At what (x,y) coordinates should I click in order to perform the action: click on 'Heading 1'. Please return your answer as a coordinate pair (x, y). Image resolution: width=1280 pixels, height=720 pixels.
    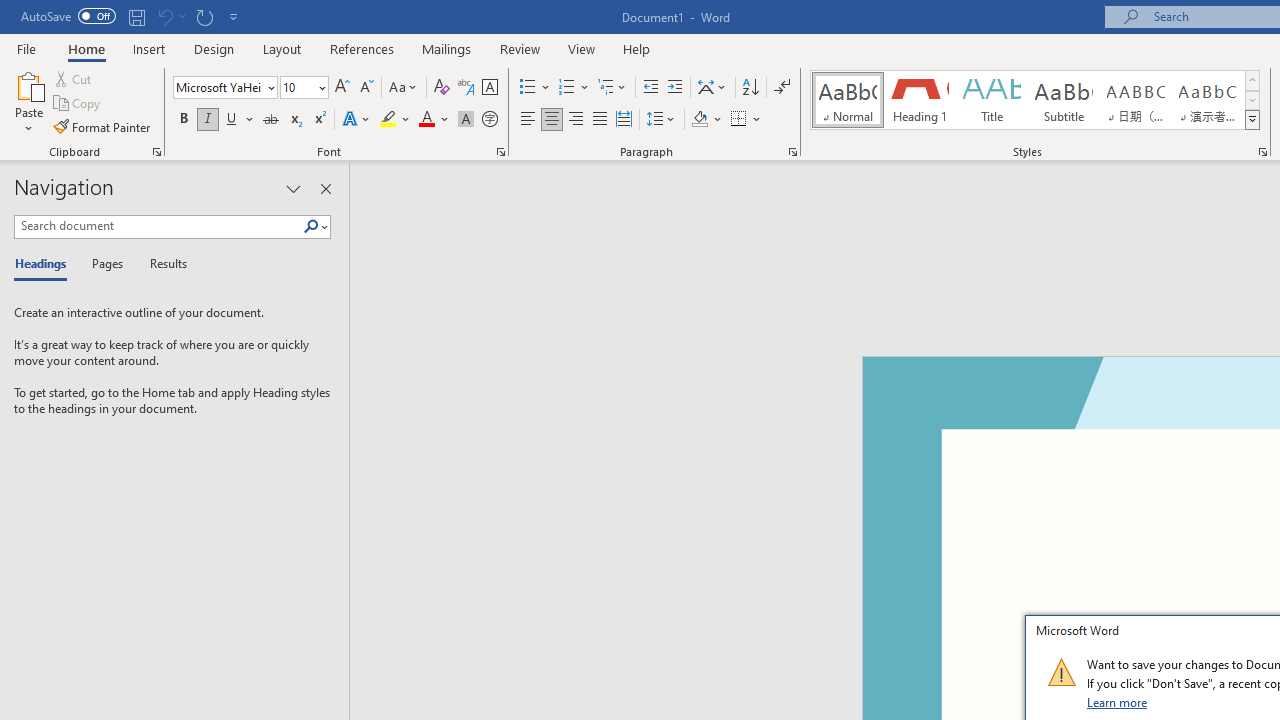
    Looking at the image, I should click on (919, 100).